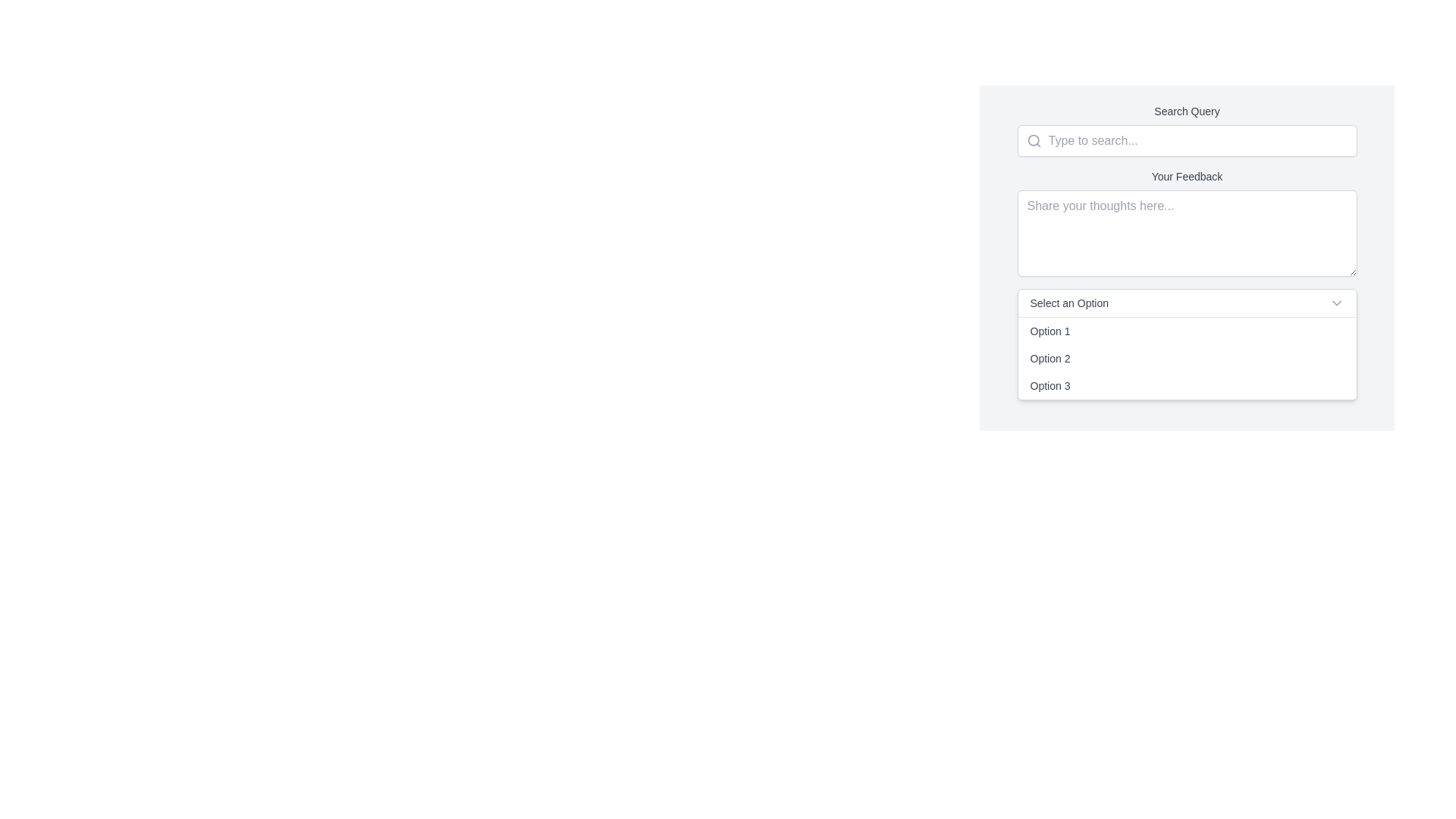  What do you see at coordinates (1336, 303) in the screenshot?
I see `the dropdown toggle button located in the top-right corner of the 'Select an Option' section` at bounding box center [1336, 303].